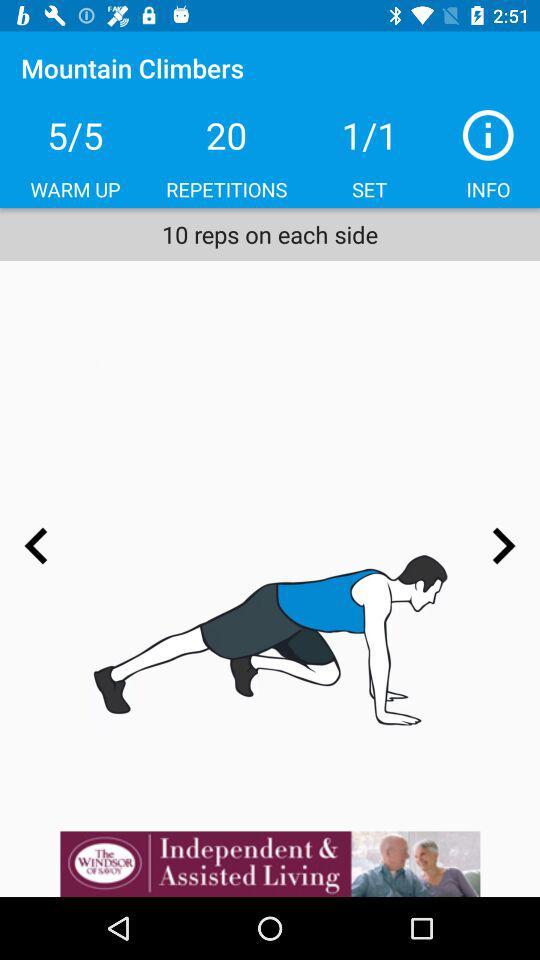 The width and height of the screenshot is (540, 960). What do you see at coordinates (502, 546) in the screenshot?
I see `next` at bounding box center [502, 546].